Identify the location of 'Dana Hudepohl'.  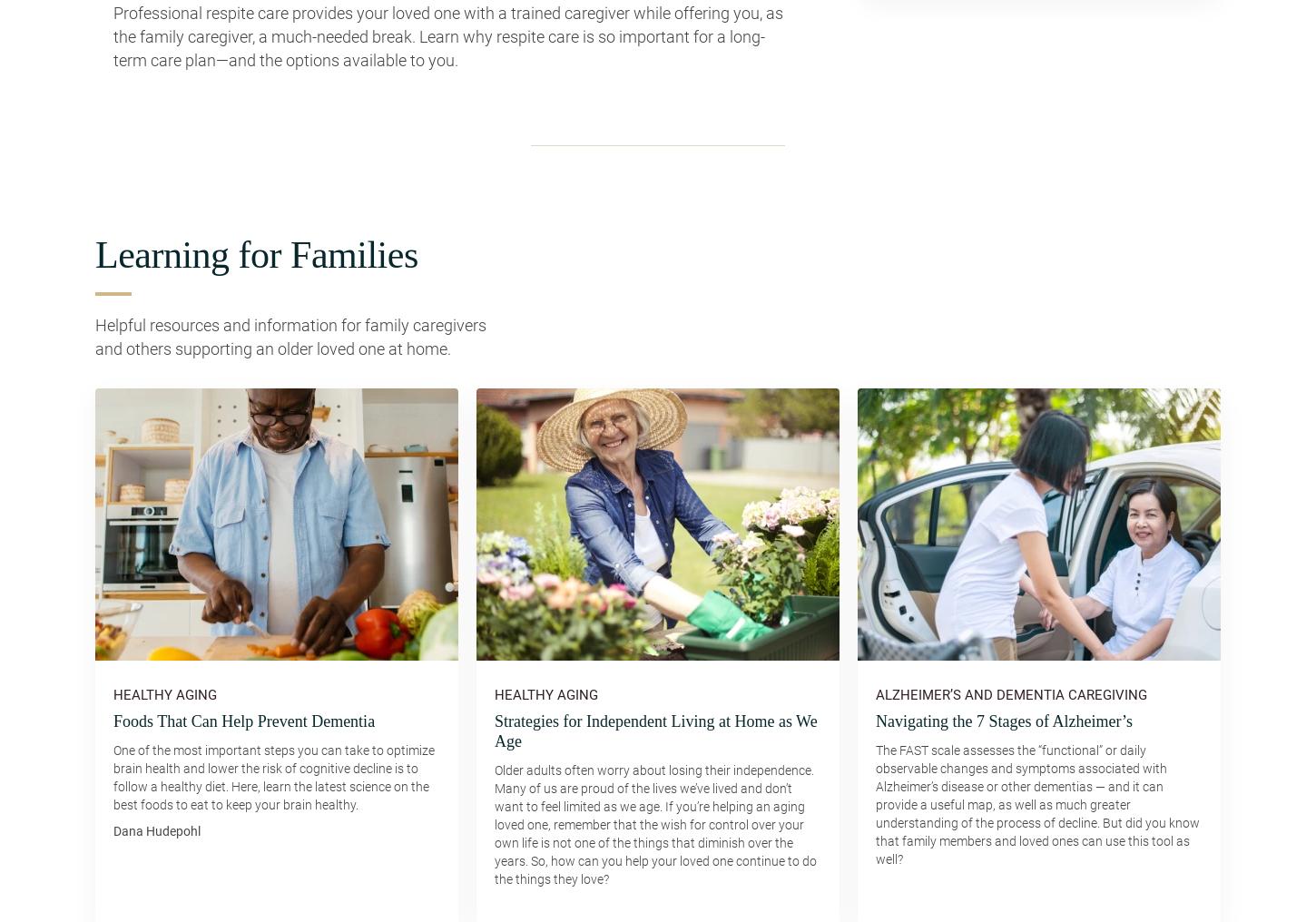
(155, 830).